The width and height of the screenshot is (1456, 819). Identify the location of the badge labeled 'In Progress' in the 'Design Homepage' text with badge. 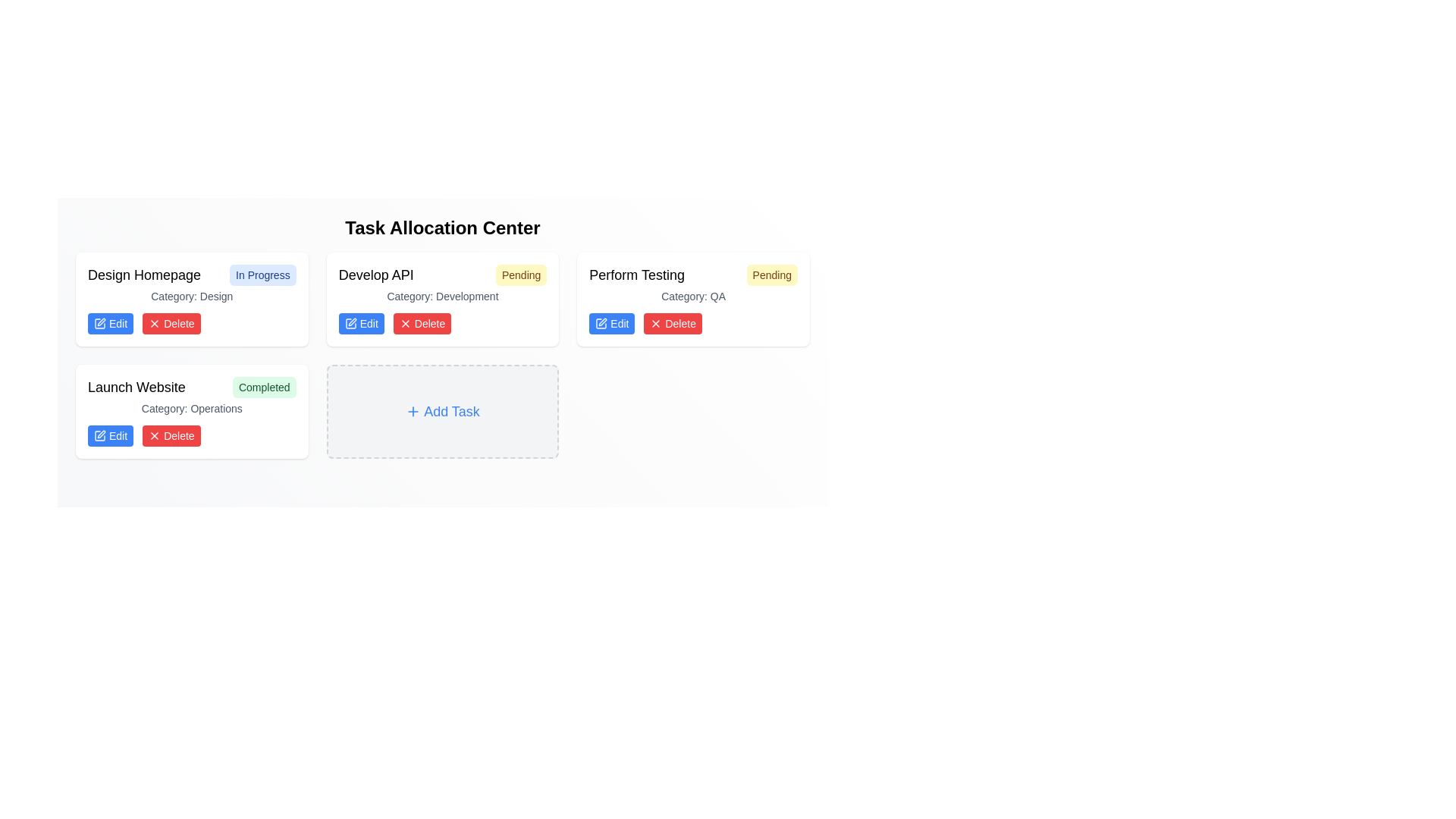
(191, 275).